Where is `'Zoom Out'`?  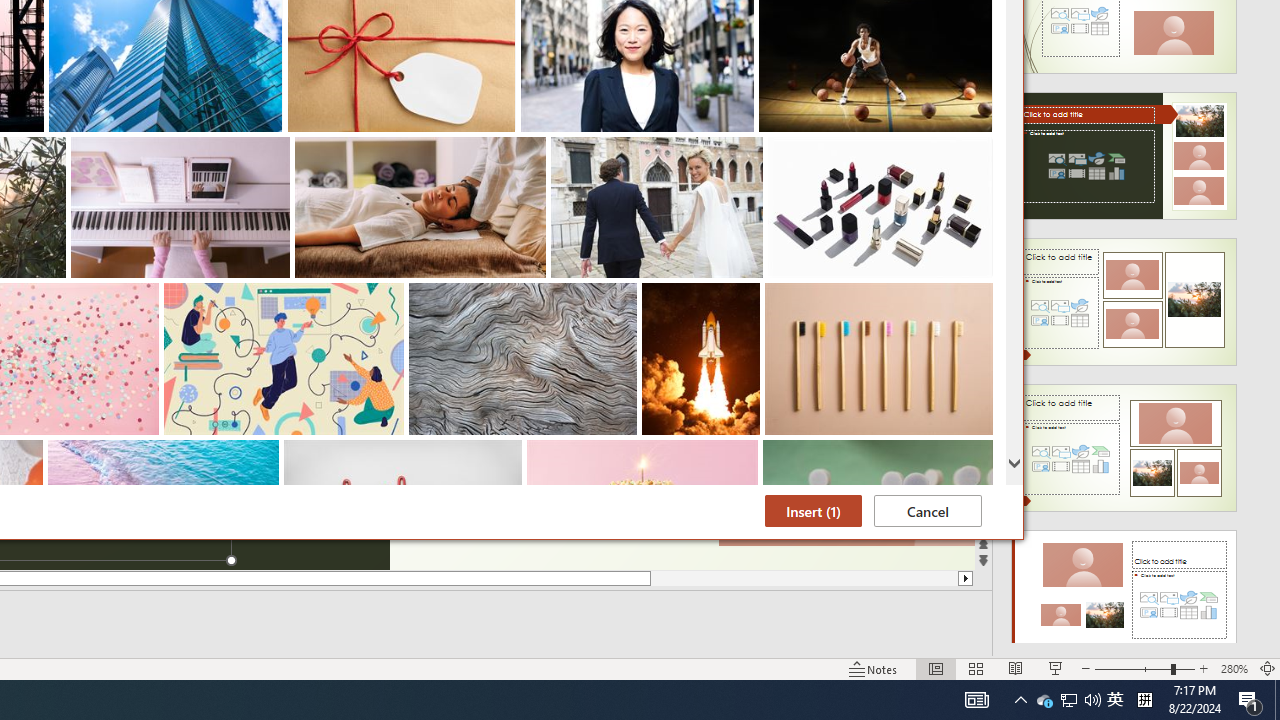
'Zoom Out' is located at coordinates (1092, 698).